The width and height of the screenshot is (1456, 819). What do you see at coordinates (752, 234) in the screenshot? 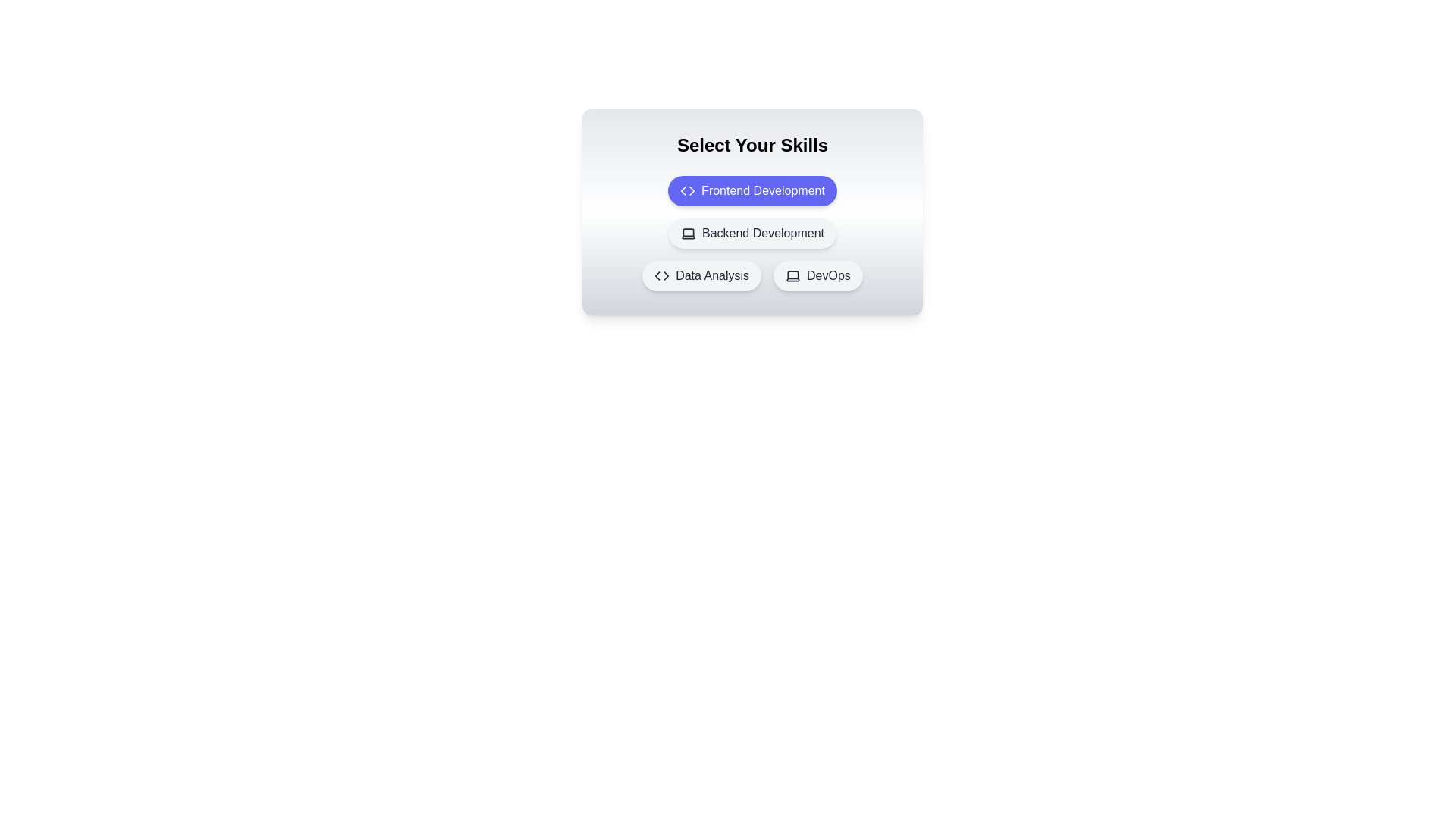
I see `the skill chip labeled Backend Development` at bounding box center [752, 234].